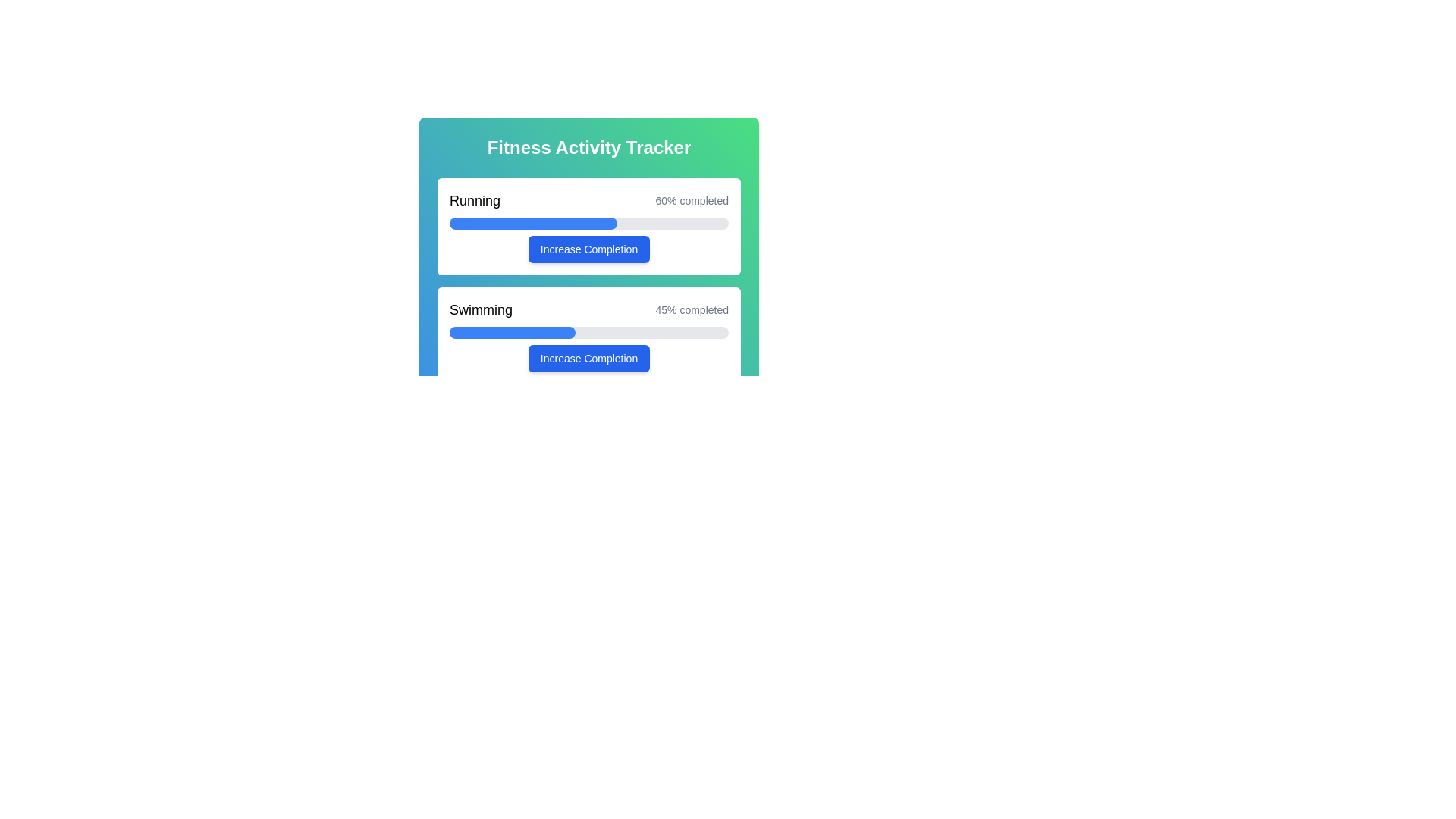  Describe the element at coordinates (691, 309) in the screenshot. I see `completion percentage displayed in the text label showing '45% completed', which is aligned to the right of the 'Swimming' text in the second progress block under the 'Fitness Activity Tracker' heading` at that location.